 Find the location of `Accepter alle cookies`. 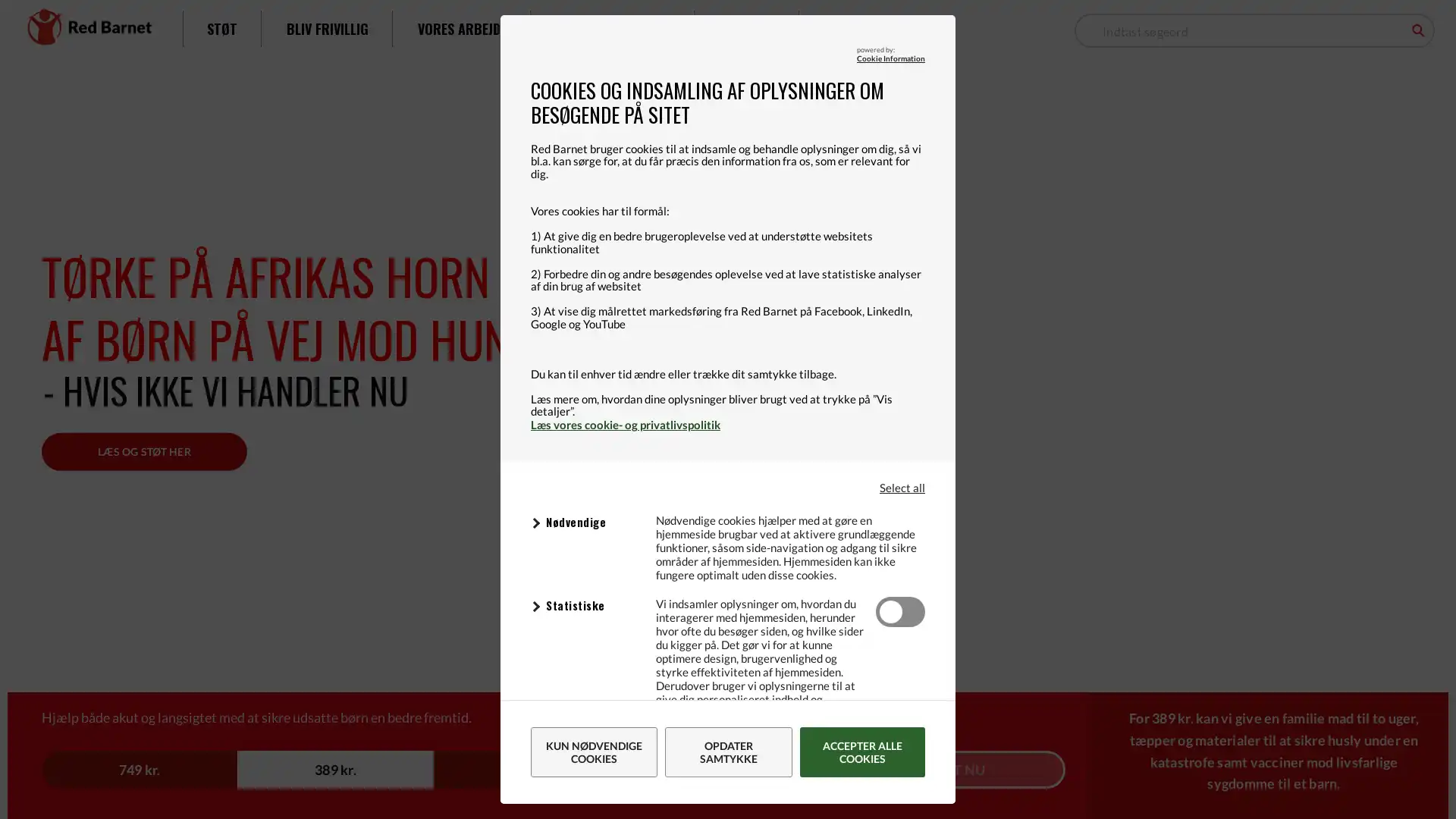

Accepter alle cookies is located at coordinates (861, 752).